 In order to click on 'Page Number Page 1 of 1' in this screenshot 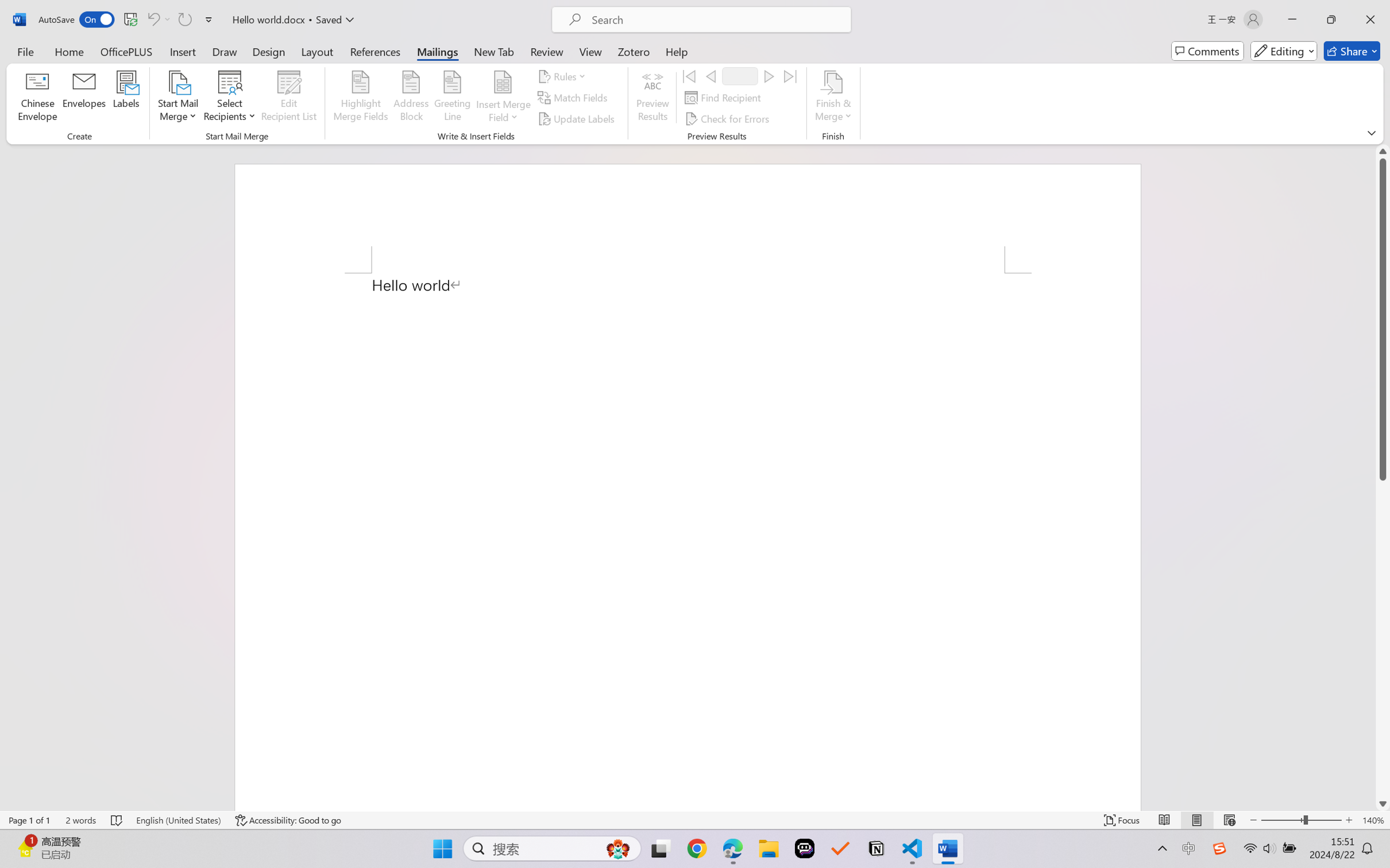, I will do `click(30, 820)`.